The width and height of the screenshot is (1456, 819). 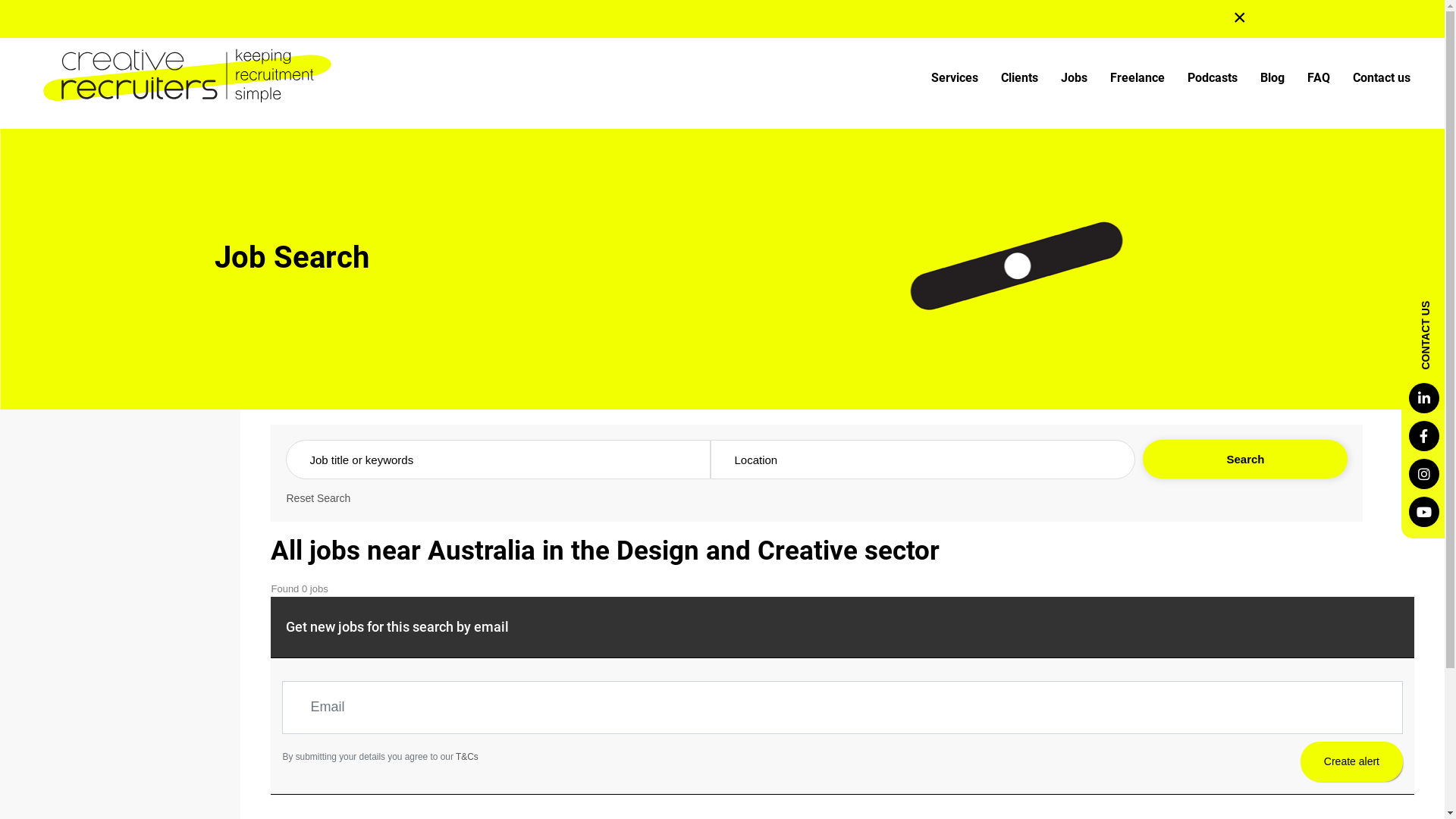 I want to click on 'Create alert', so click(x=1351, y=761).